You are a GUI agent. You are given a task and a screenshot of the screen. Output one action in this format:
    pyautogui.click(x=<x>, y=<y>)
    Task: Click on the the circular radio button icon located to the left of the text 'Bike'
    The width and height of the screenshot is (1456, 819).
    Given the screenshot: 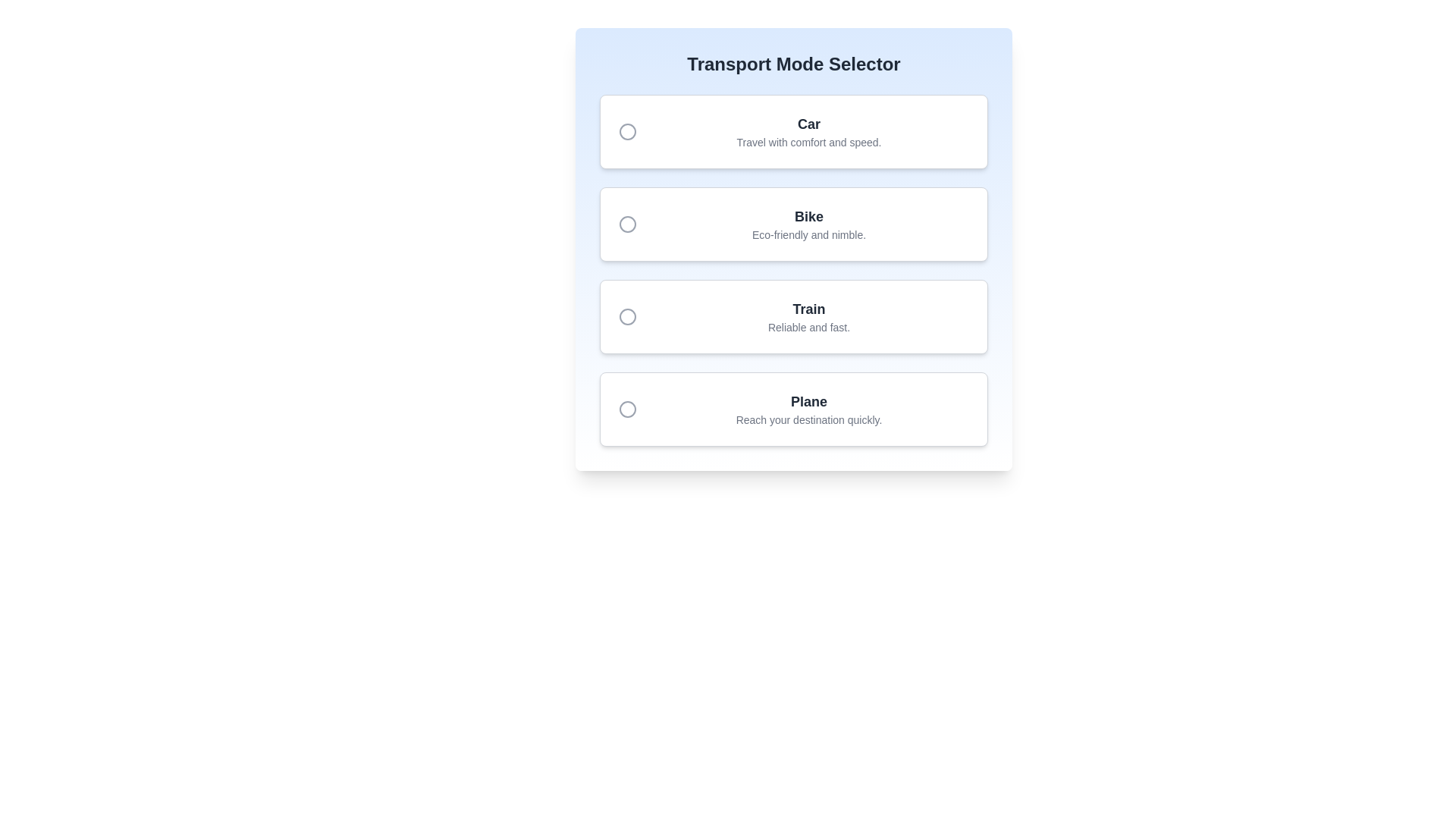 What is the action you would take?
    pyautogui.click(x=628, y=224)
    